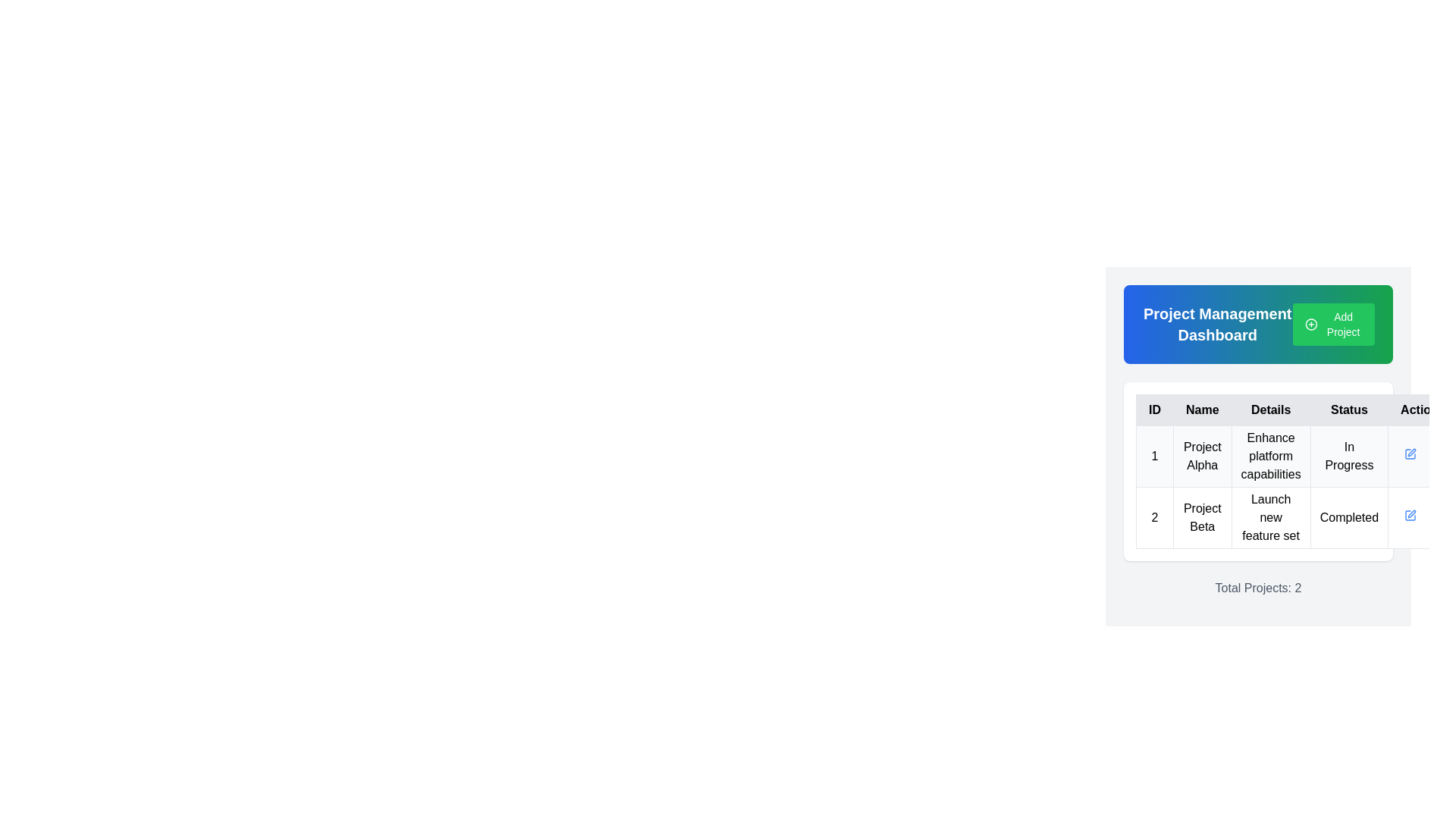 This screenshot has height=819, width=1456. What do you see at coordinates (1349, 409) in the screenshot?
I see `the 'Status' static text label in the table header, which is positioned between the 'Details' and 'Actions' headers` at bounding box center [1349, 409].